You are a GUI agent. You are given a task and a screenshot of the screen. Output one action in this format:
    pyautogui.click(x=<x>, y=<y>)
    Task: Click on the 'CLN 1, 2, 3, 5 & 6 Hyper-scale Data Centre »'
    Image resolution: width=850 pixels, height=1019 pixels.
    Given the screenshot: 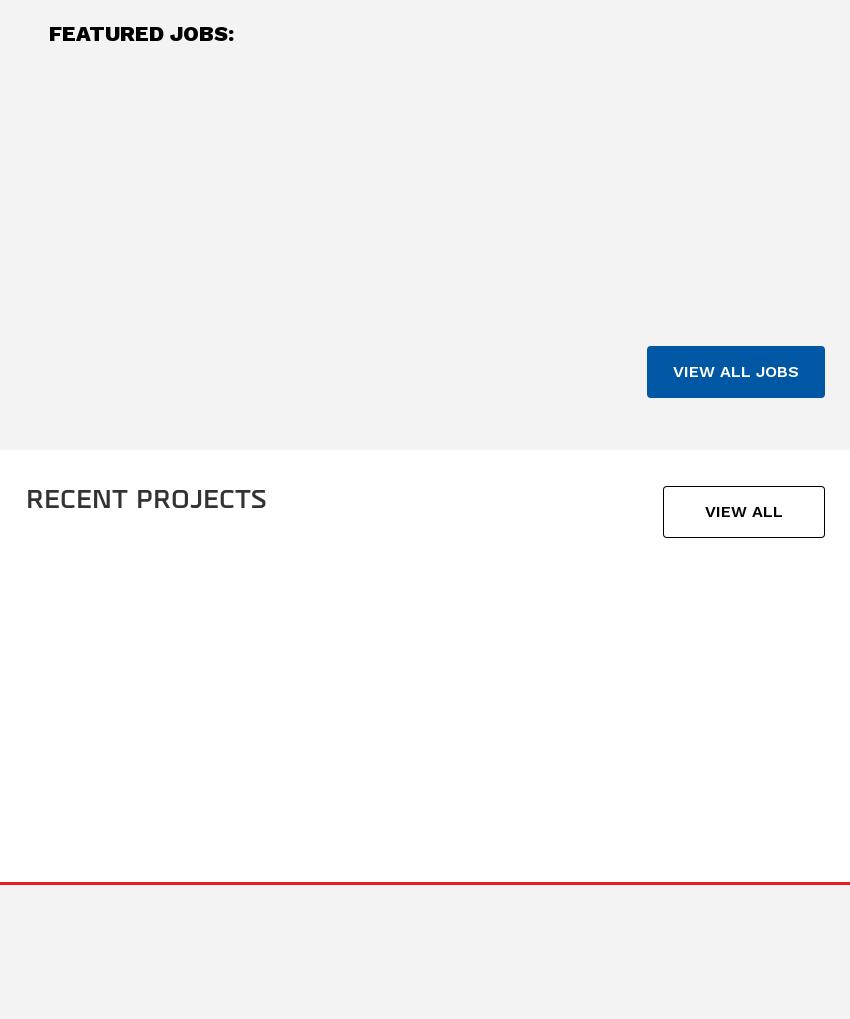 What is the action you would take?
    pyautogui.click(x=114, y=732)
    